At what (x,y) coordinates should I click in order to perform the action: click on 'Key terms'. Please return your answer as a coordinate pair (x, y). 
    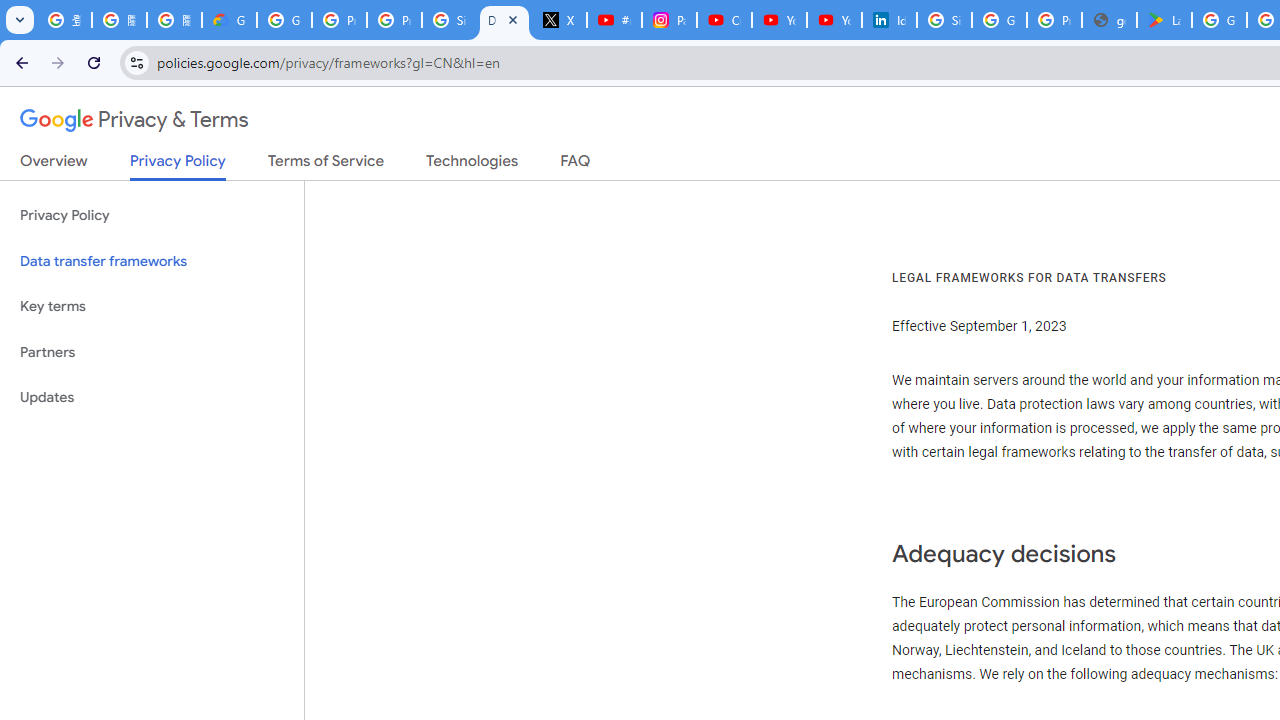
    Looking at the image, I should click on (151, 306).